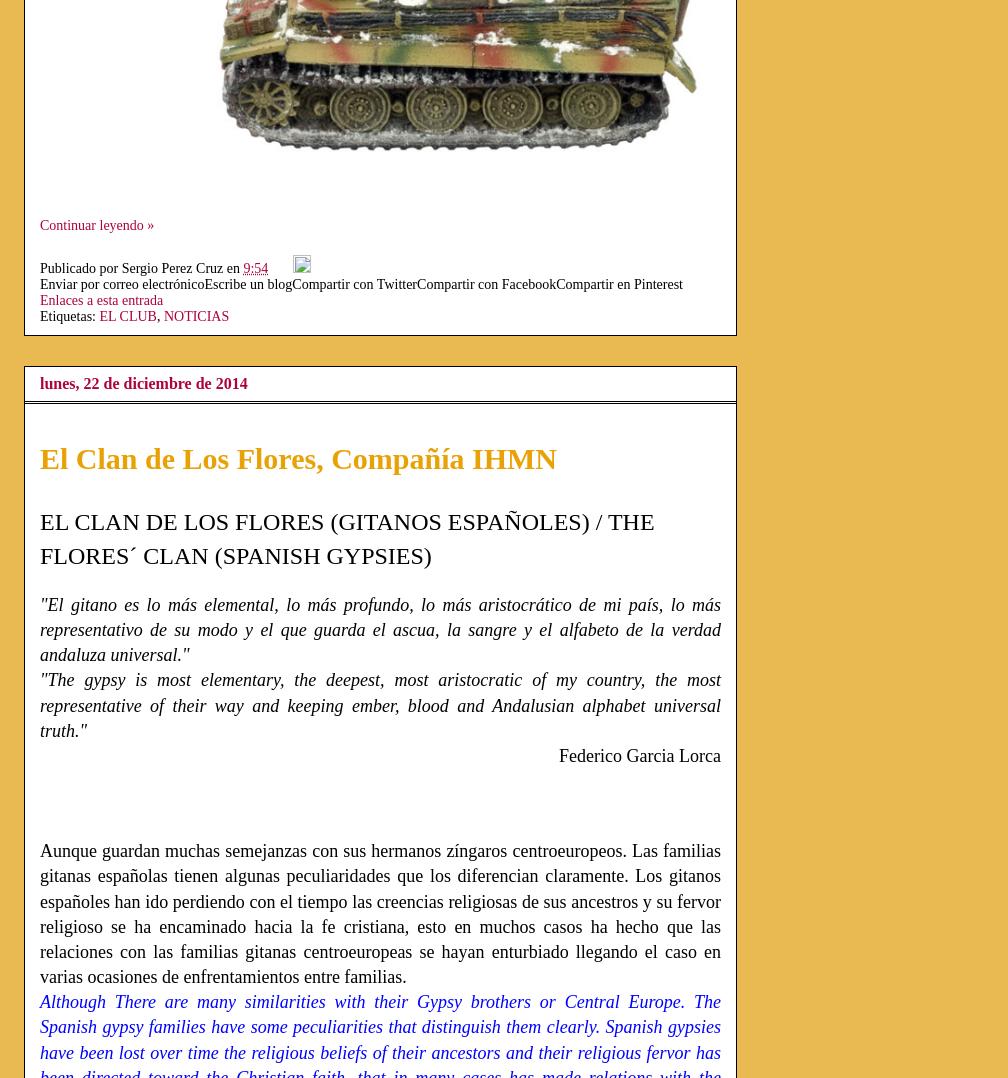 The height and width of the screenshot is (1078, 1008). I want to click on 'Etiquetas:', so click(69, 315).